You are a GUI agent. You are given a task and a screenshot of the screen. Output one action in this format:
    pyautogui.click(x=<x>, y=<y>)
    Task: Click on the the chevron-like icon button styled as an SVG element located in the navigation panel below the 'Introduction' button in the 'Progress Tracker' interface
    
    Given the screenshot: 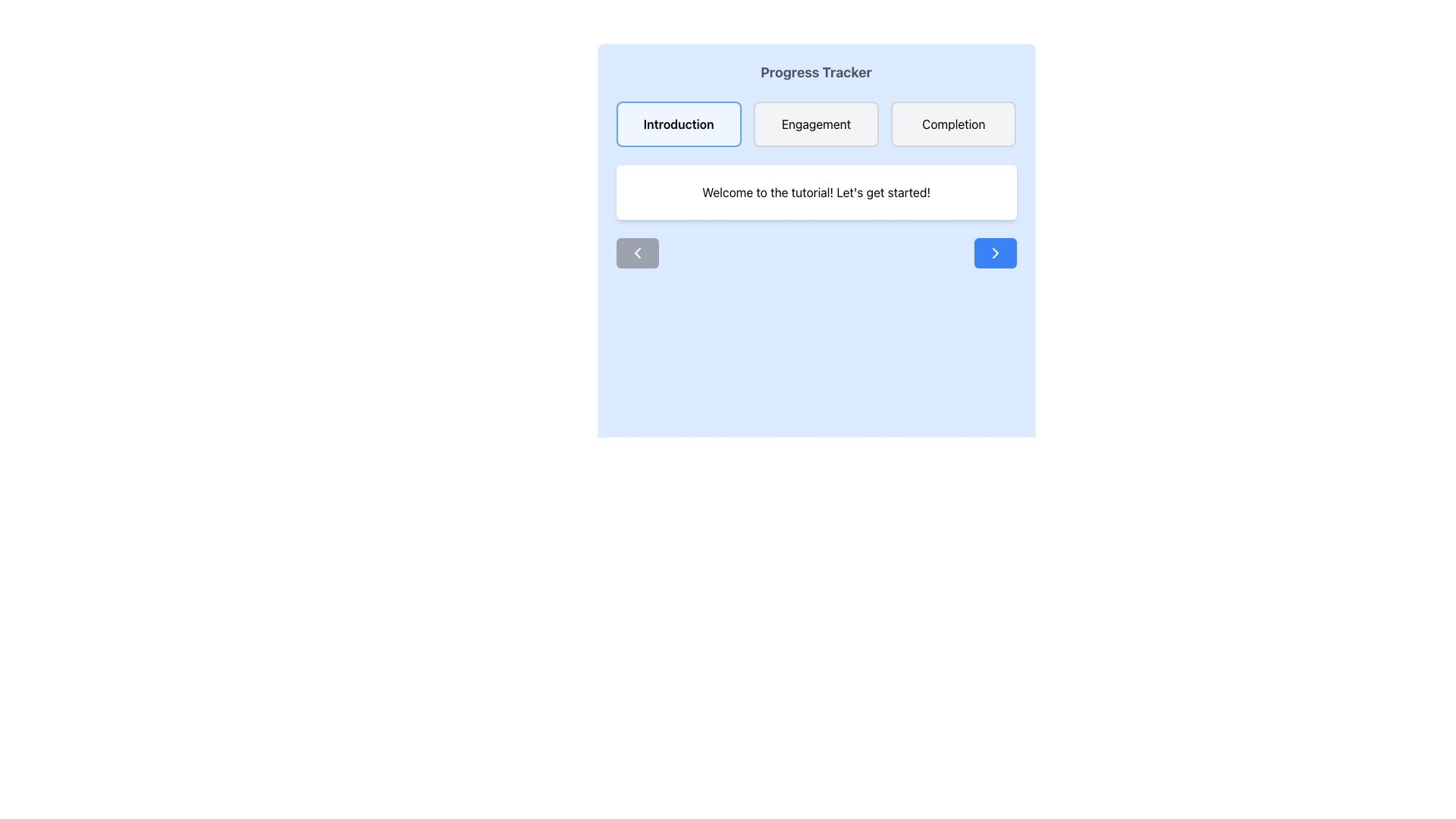 What is the action you would take?
    pyautogui.click(x=637, y=253)
    